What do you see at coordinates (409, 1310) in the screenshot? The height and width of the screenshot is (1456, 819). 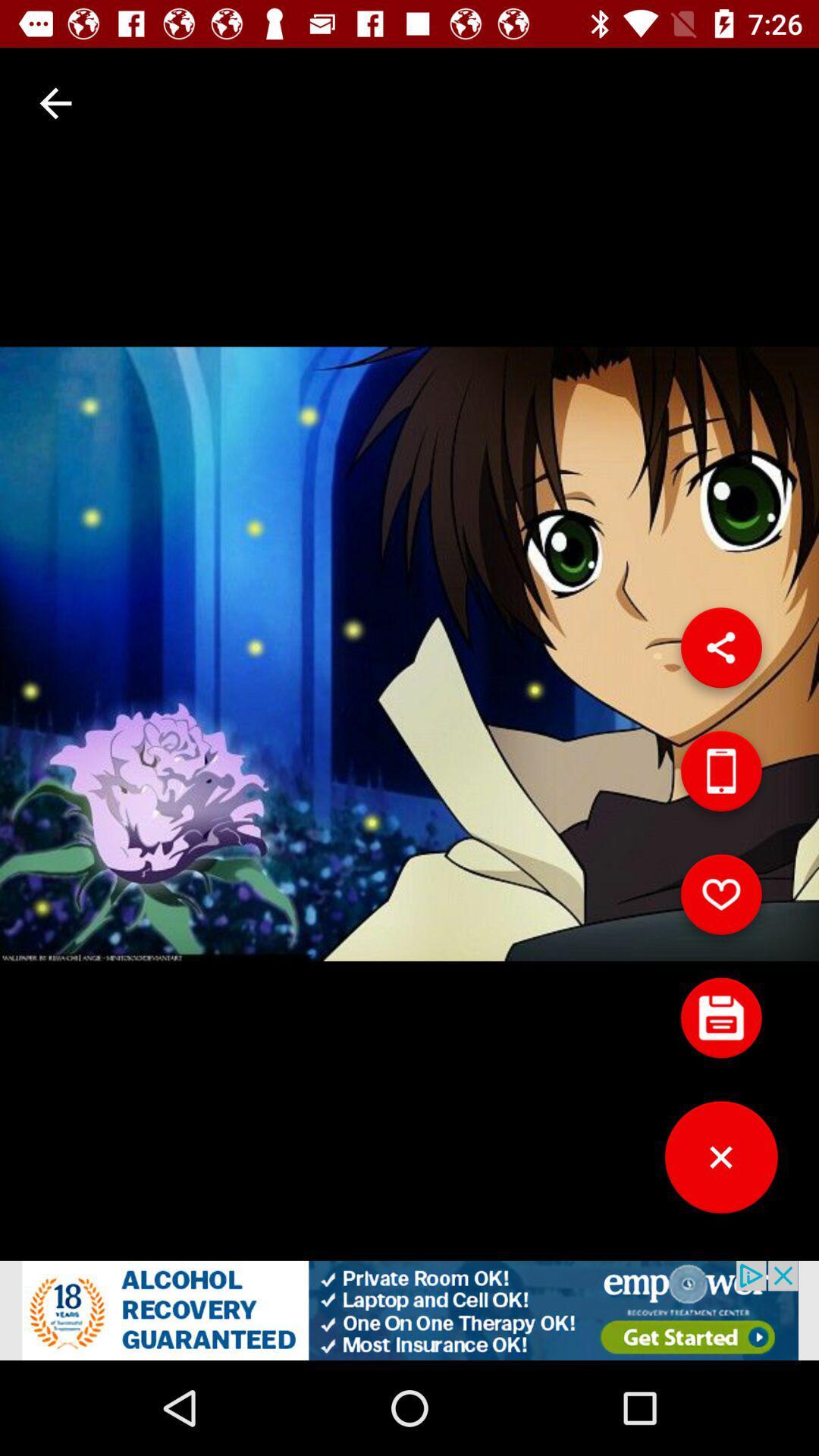 I see `click on advertisements` at bounding box center [409, 1310].